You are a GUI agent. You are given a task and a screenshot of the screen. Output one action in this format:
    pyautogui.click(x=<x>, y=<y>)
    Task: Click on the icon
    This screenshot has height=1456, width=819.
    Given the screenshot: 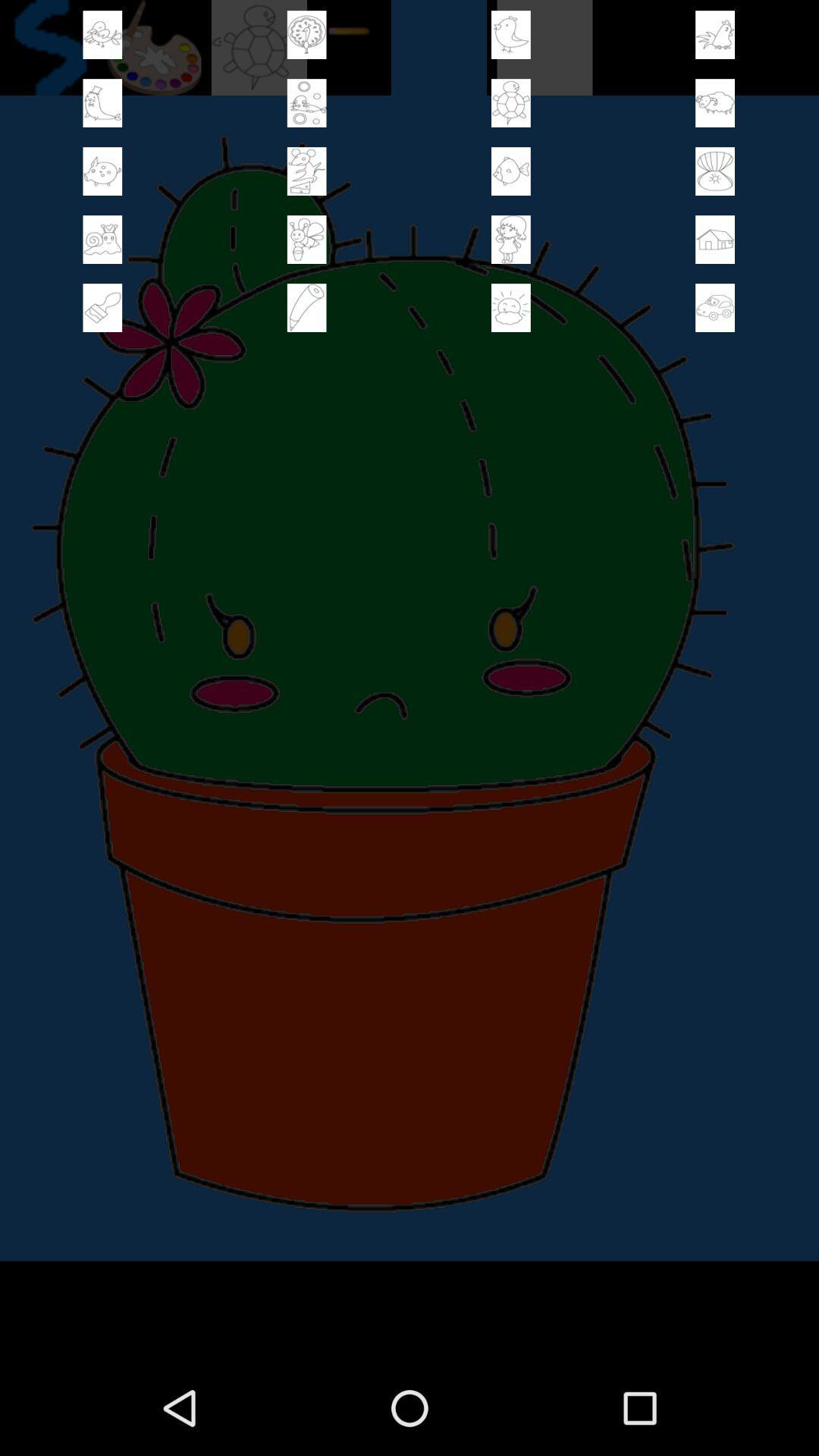 What is the action you would take?
    pyautogui.click(x=715, y=35)
    